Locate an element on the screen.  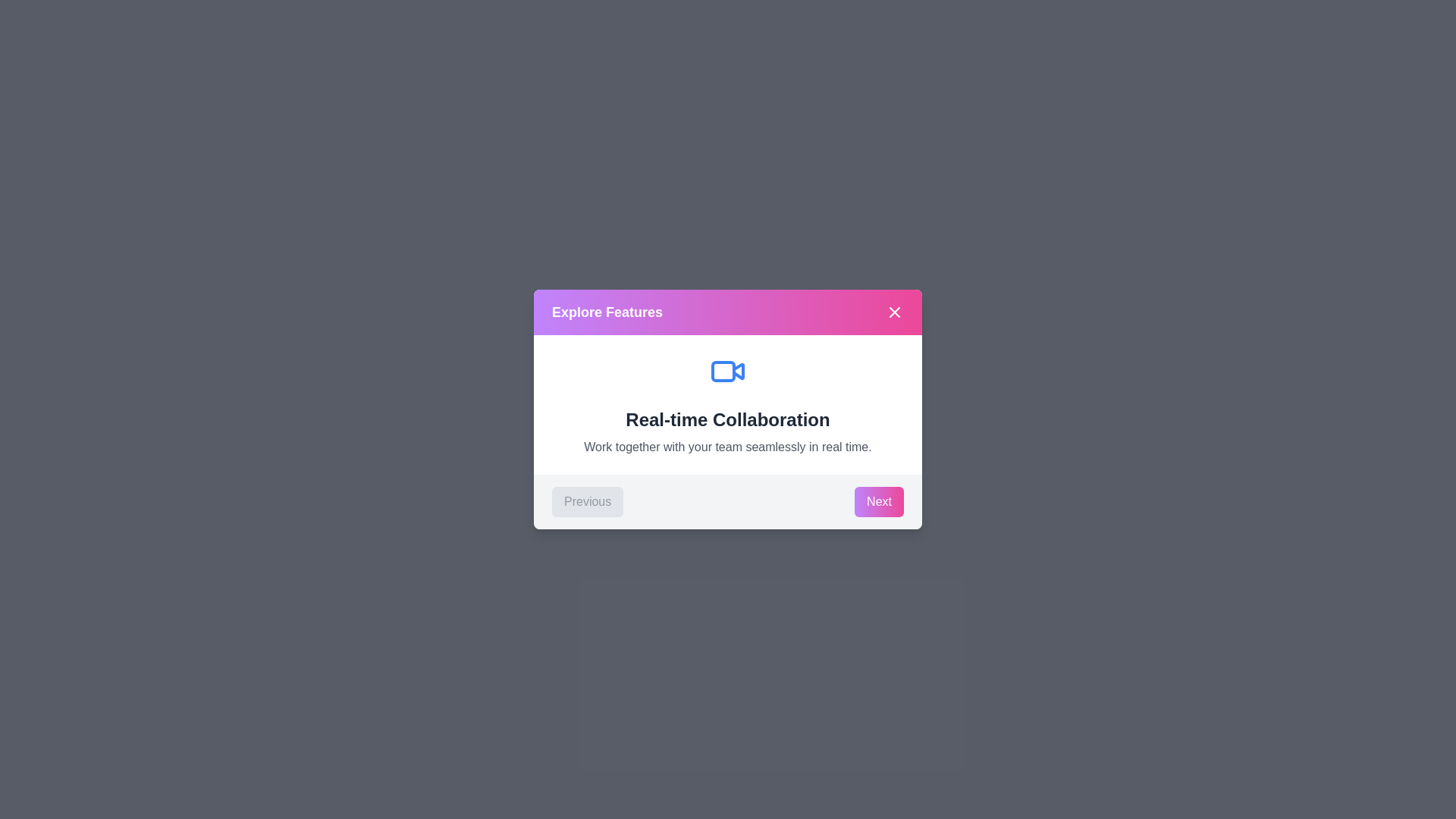
the text block displaying the message 'Work together with your team seamlessly in real time.' which is located in a centrally-aligned modal popup beneath the title 'Real-time Collaboration' is located at coordinates (728, 447).